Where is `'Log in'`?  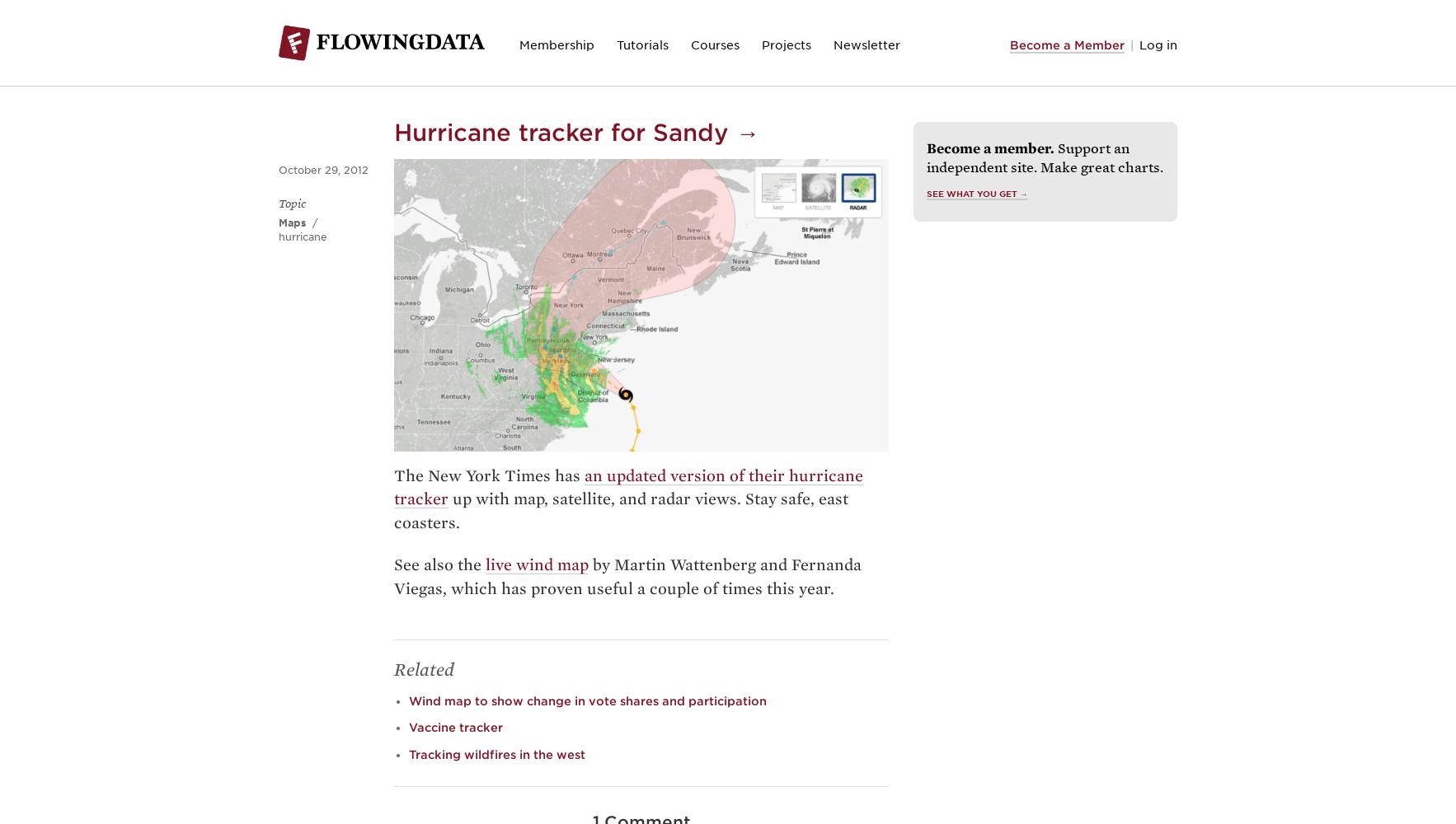 'Log in' is located at coordinates (1158, 44).